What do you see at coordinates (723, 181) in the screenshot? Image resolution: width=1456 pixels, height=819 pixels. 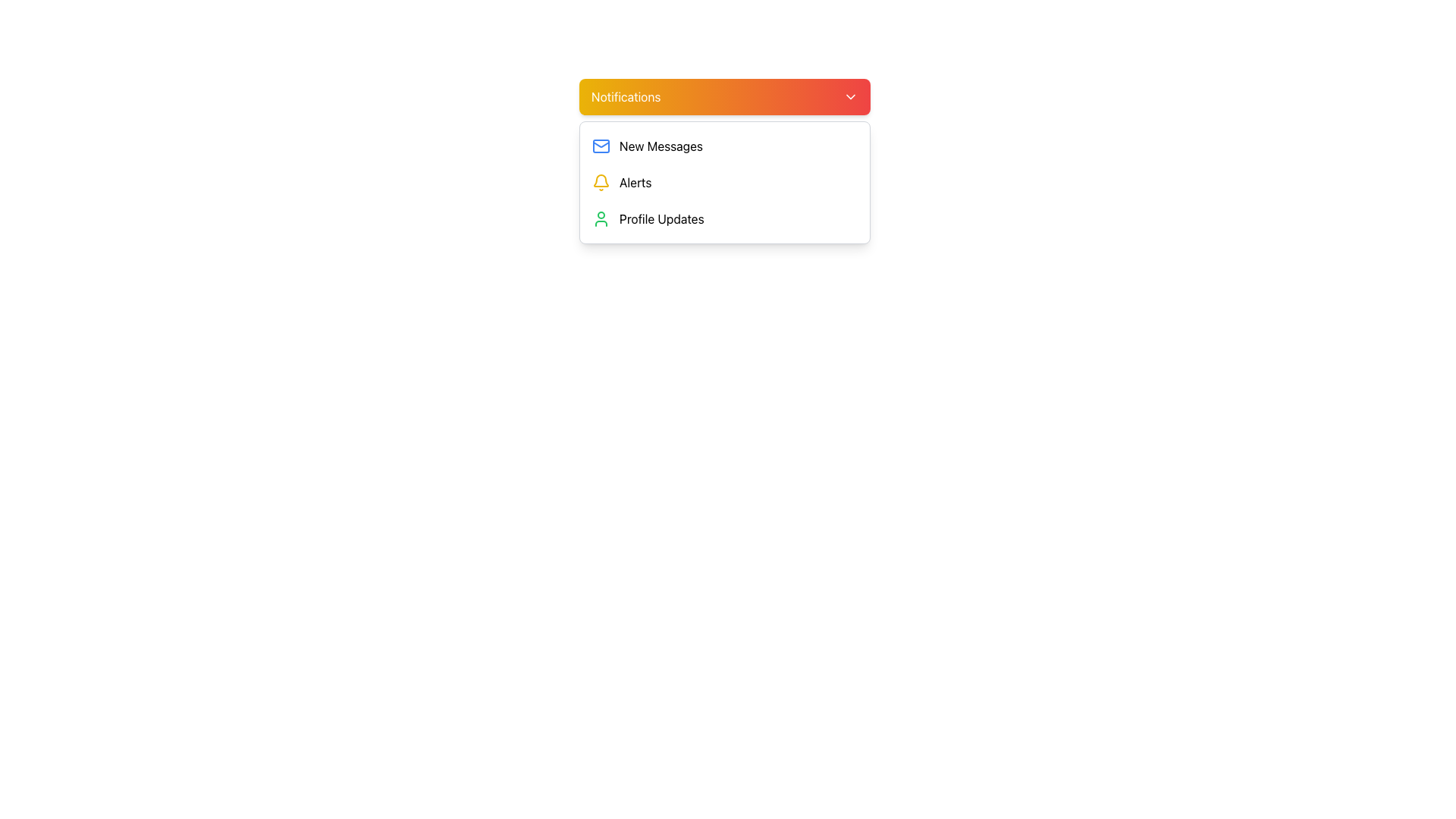 I see `the 'Alerts' notification list item in the dropdown menu` at bounding box center [723, 181].